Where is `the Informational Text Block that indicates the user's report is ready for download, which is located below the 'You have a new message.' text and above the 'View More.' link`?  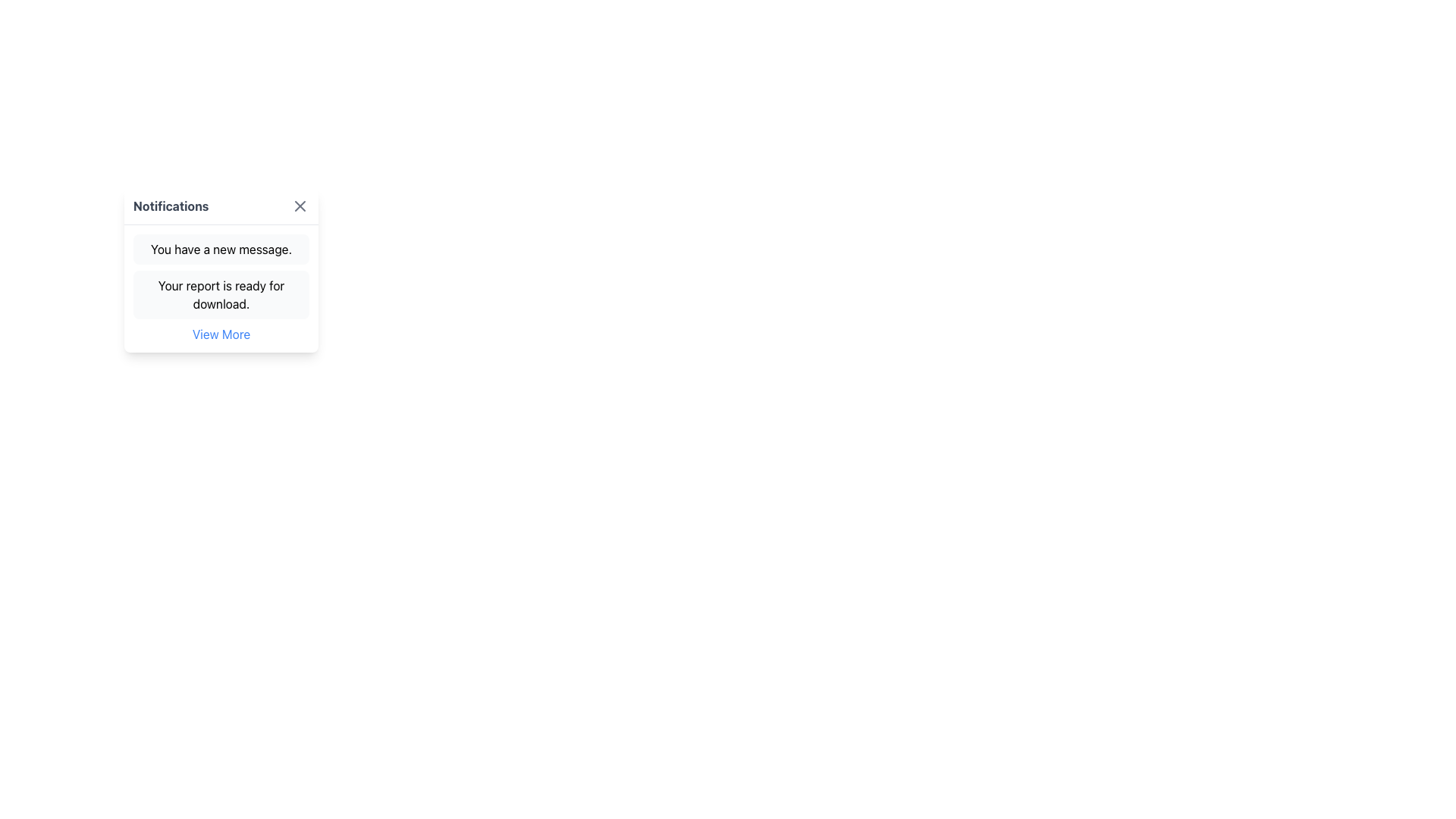 the Informational Text Block that indicates the user's report is ready for download, which is located below the 'You have a new message.' text and above the 'View More.' link is located at coordinates (221, 295).